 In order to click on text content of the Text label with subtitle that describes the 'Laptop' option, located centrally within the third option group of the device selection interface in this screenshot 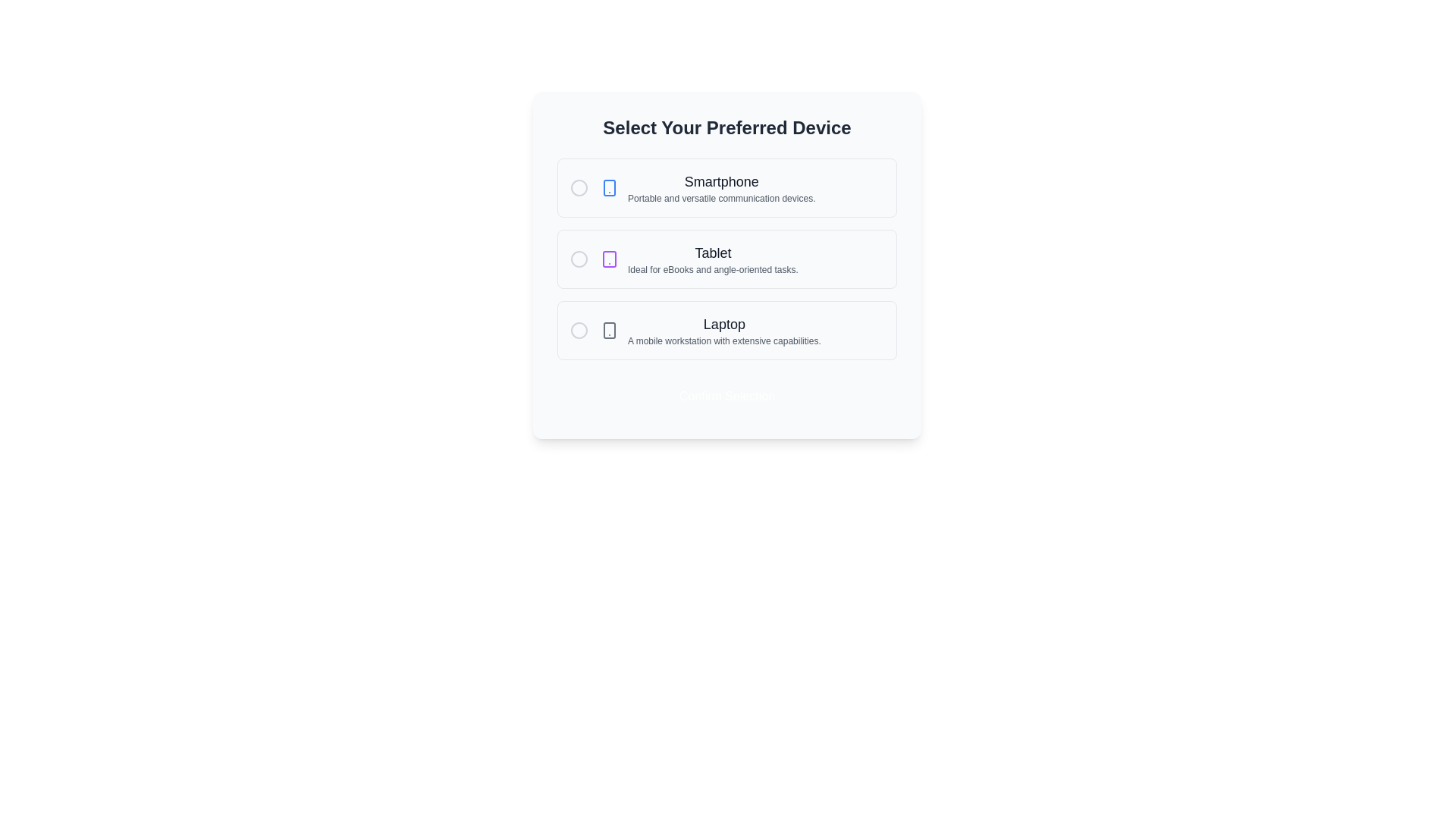, I will do `click(723, 329)`.